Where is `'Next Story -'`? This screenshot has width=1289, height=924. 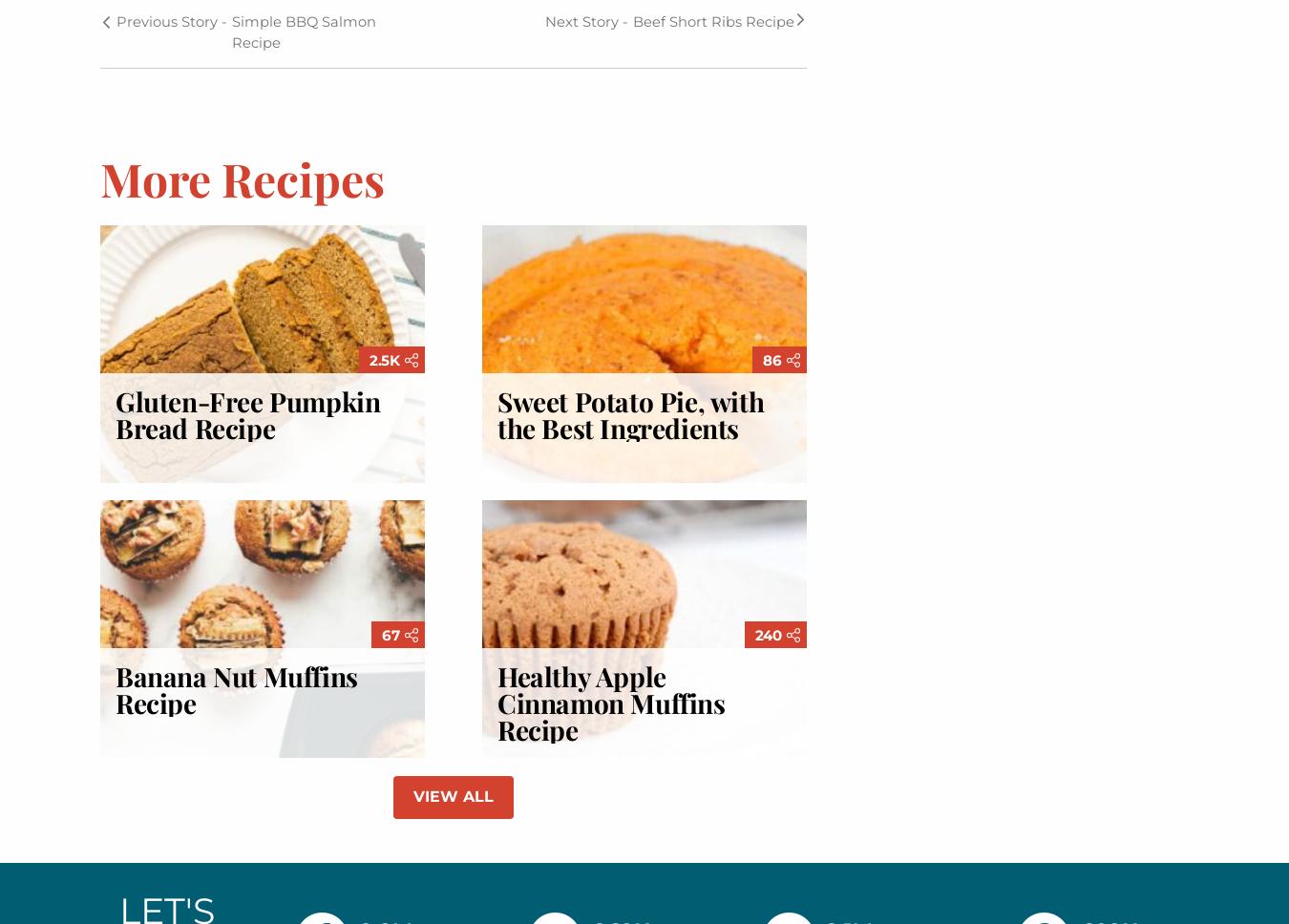 'Next Story -' is located at coordinates (586, 20).